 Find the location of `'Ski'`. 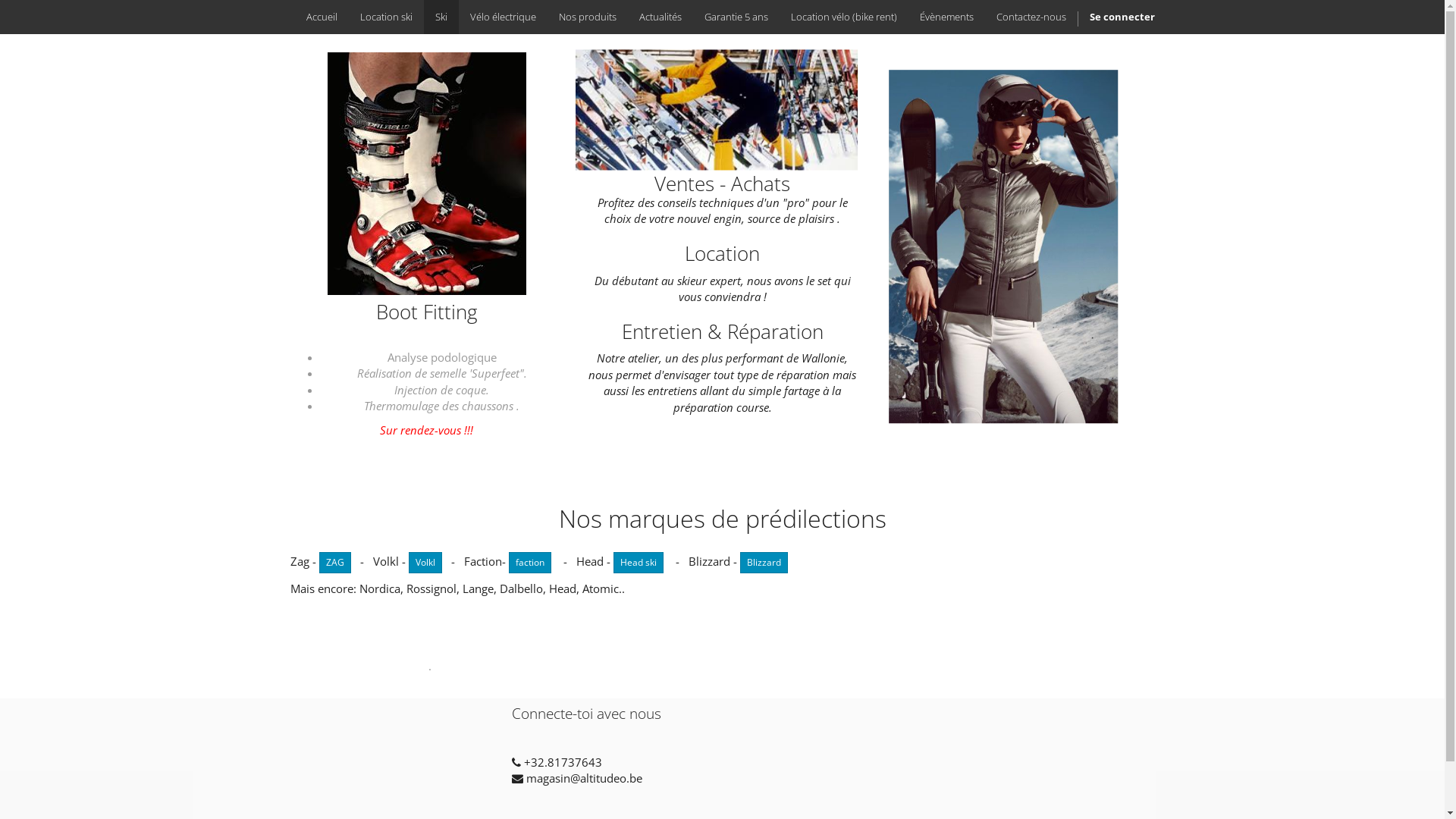

'Ski' is located at coordinates (439, 17).